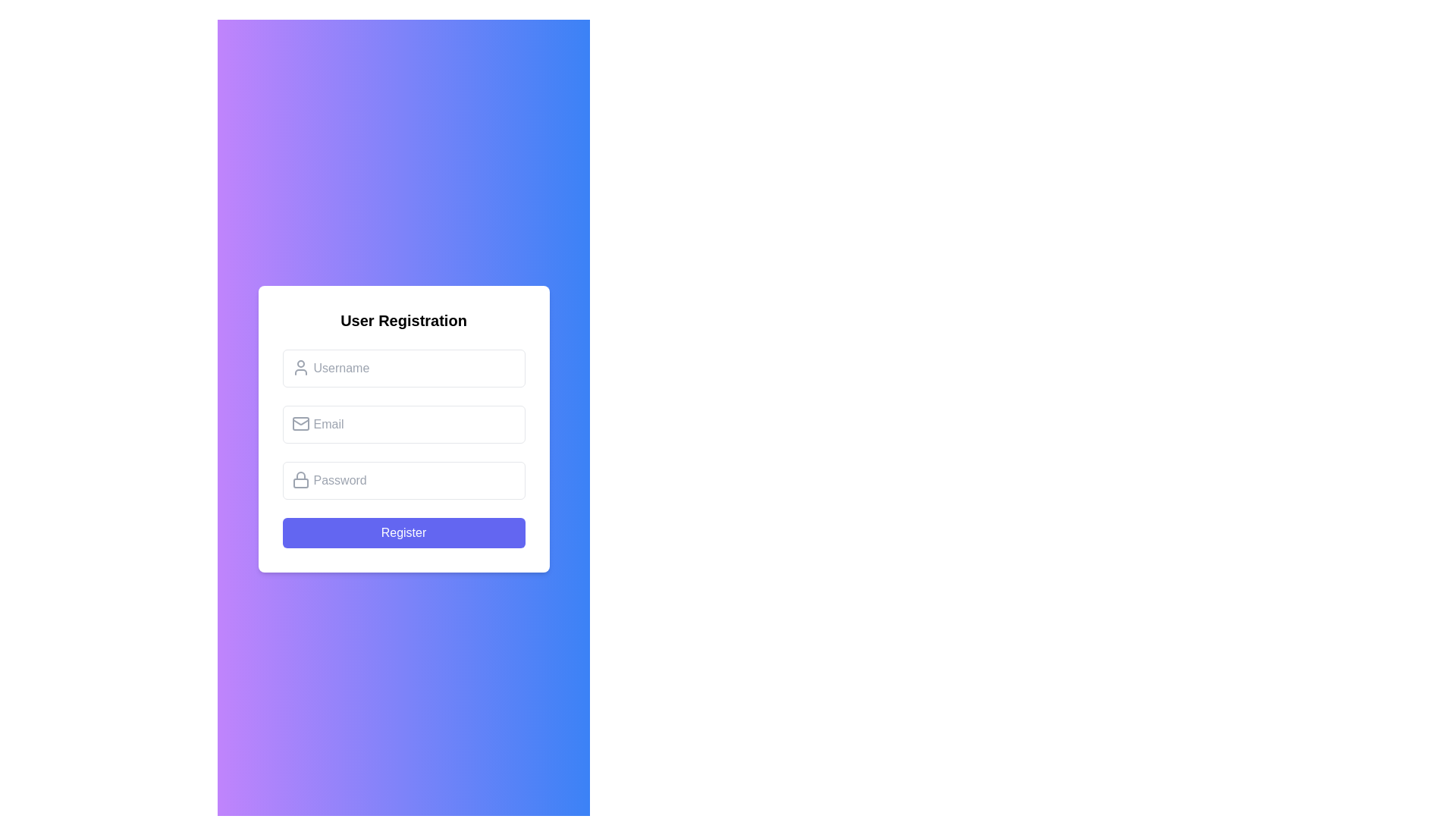 Image resolution: width=1456 pixels, height=819 pixels. Describe the element at coordinates (300, 479) in the screenshot. I see `the minimalist gray lock icon located inside the password input field, positioned to the left near the top-left corner` at that location.